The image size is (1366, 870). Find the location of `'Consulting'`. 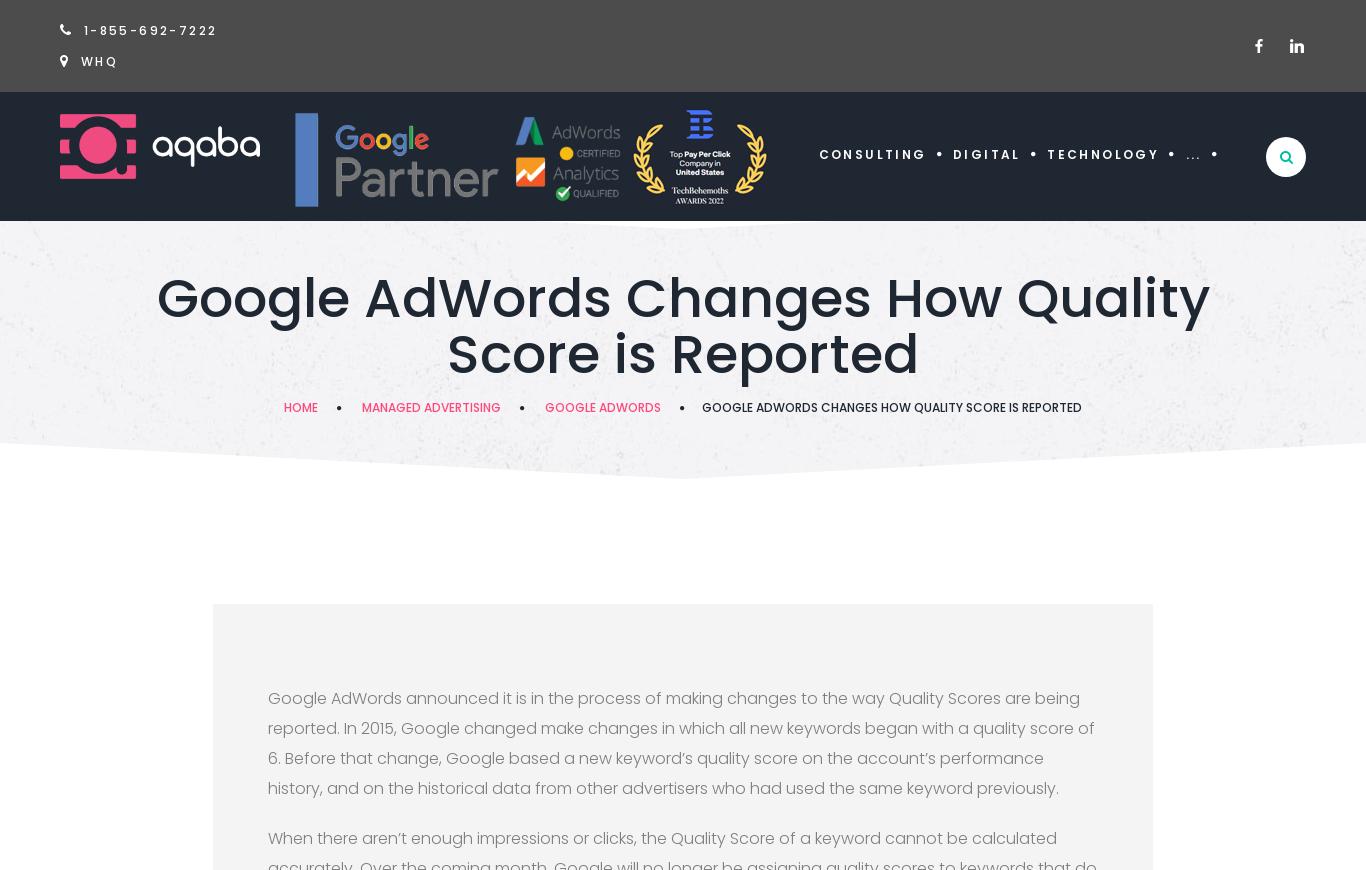

'Consulting' is located at coordinates (871, 153).